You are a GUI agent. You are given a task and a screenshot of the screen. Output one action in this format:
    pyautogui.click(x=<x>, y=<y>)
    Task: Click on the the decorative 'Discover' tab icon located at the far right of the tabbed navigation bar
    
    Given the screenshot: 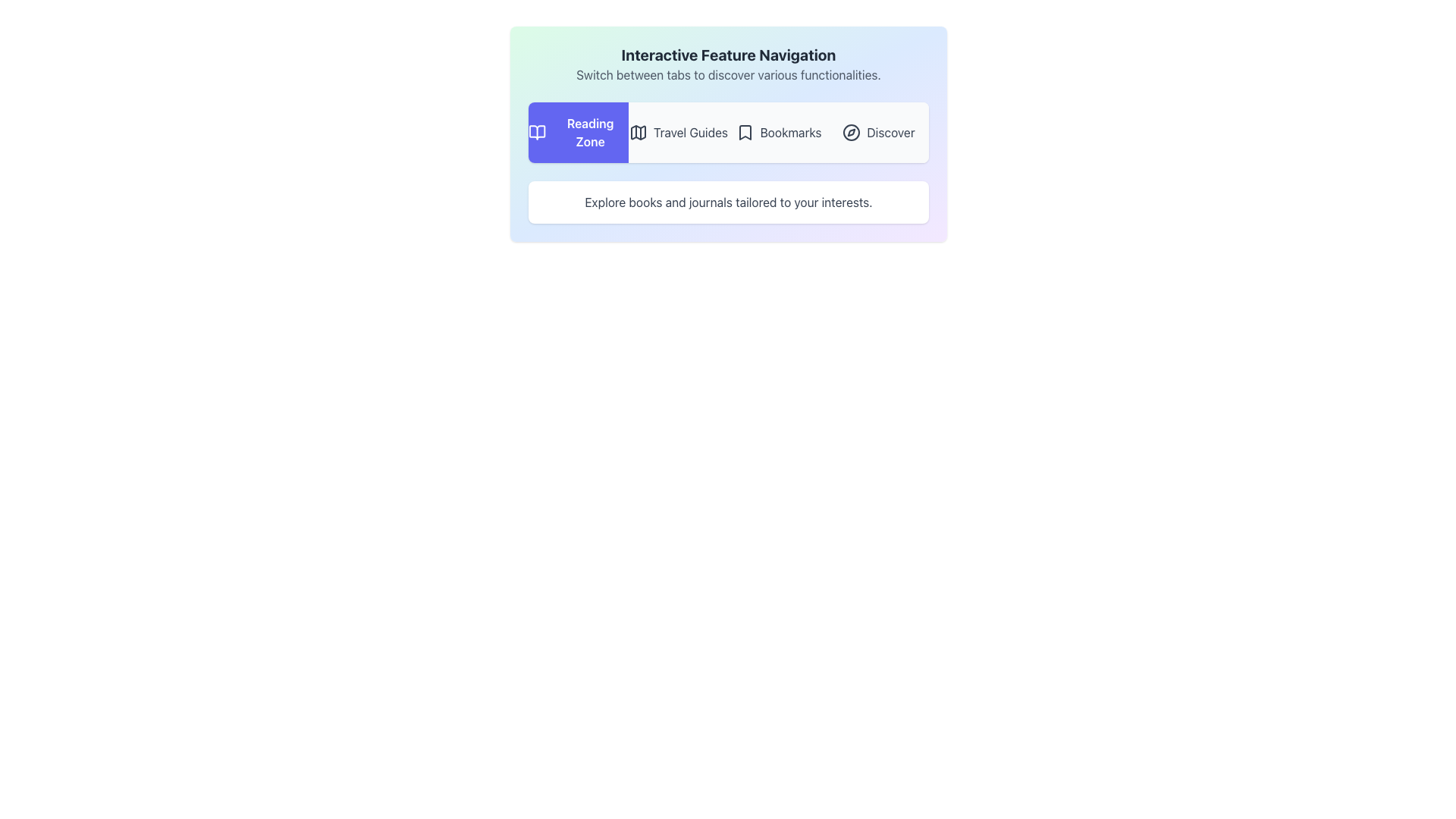 What is the action you would take?
    pyautogui.click(x=852, y=131)
    